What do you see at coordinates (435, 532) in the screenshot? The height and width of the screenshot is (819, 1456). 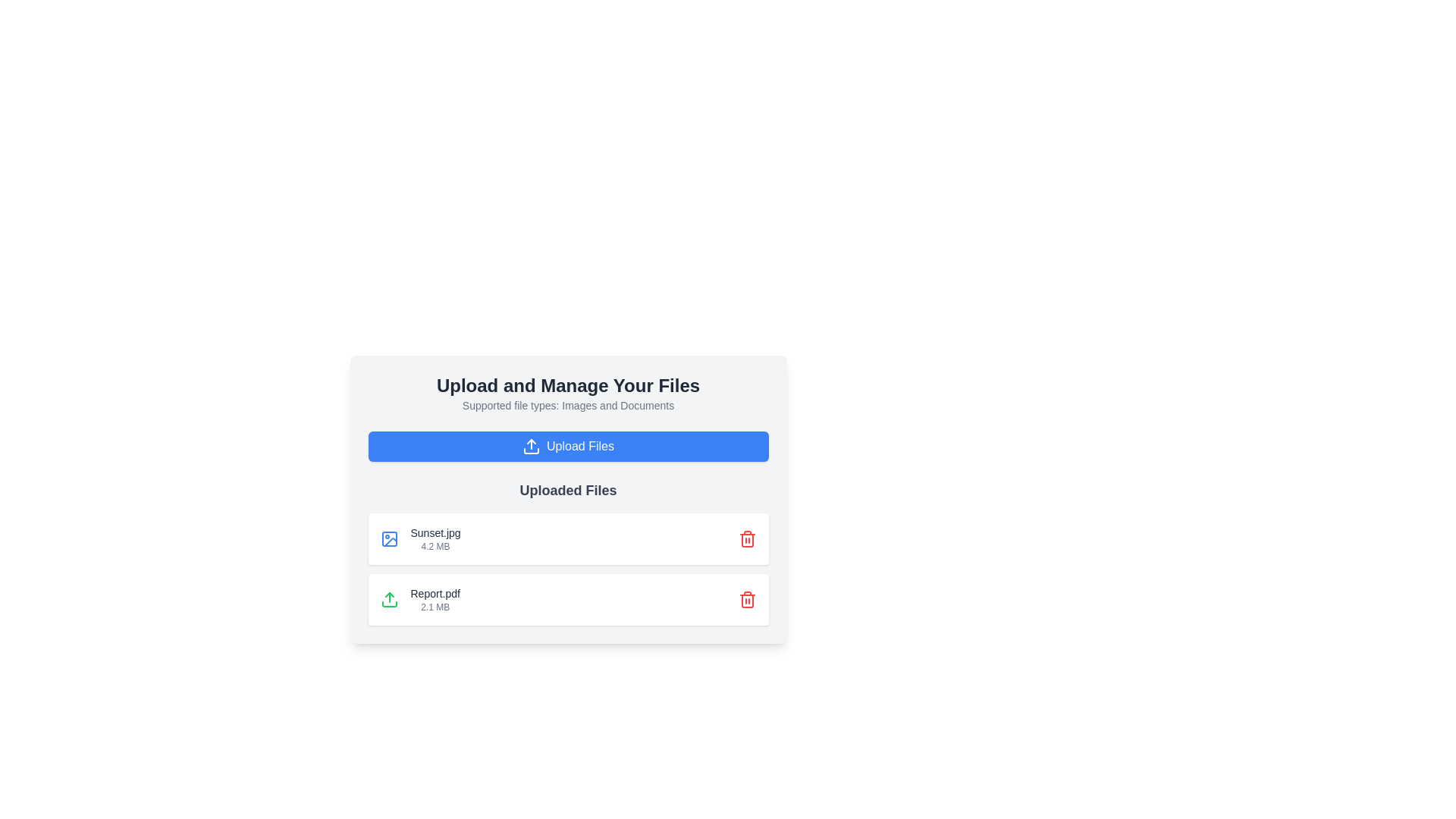 I see `the text label that displays the name of the uploaded file, which is positioned in the first row of the 'Uploaded Files' section, immediately right of the file type icon` at bounding box center [435, 532].